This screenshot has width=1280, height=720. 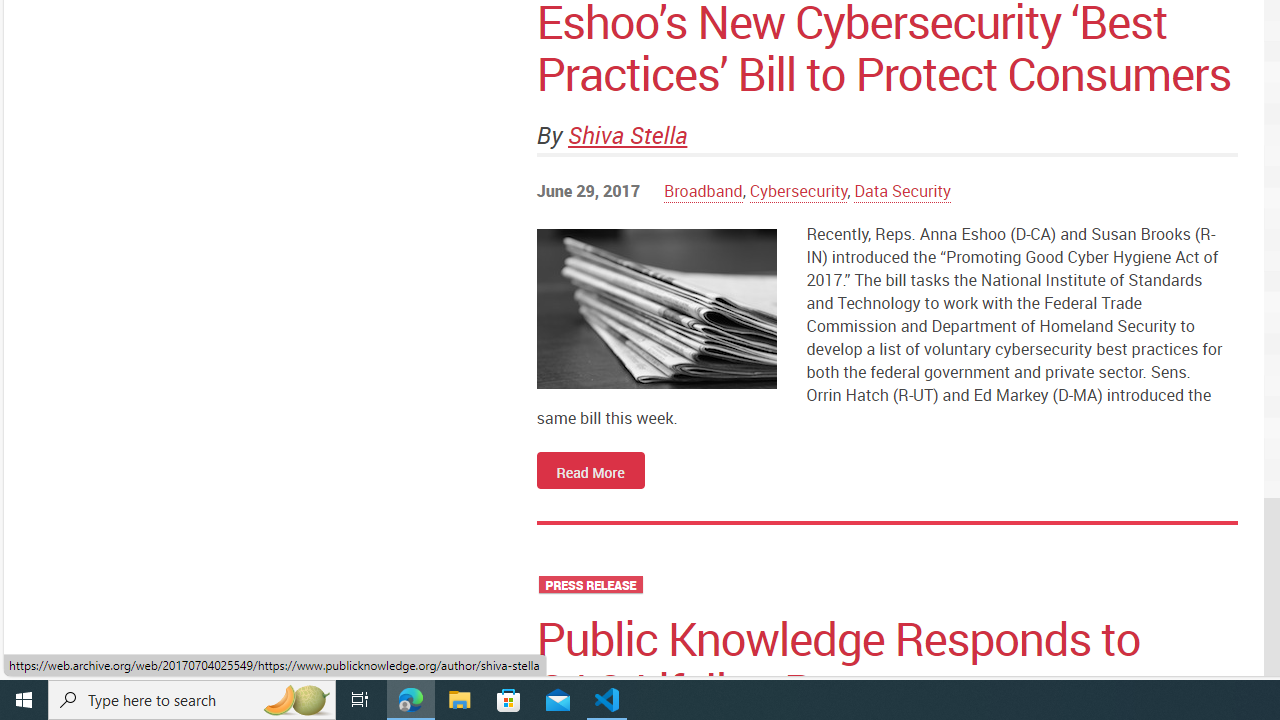 I want to click on 'Broadband', so click(x=703, y=191).